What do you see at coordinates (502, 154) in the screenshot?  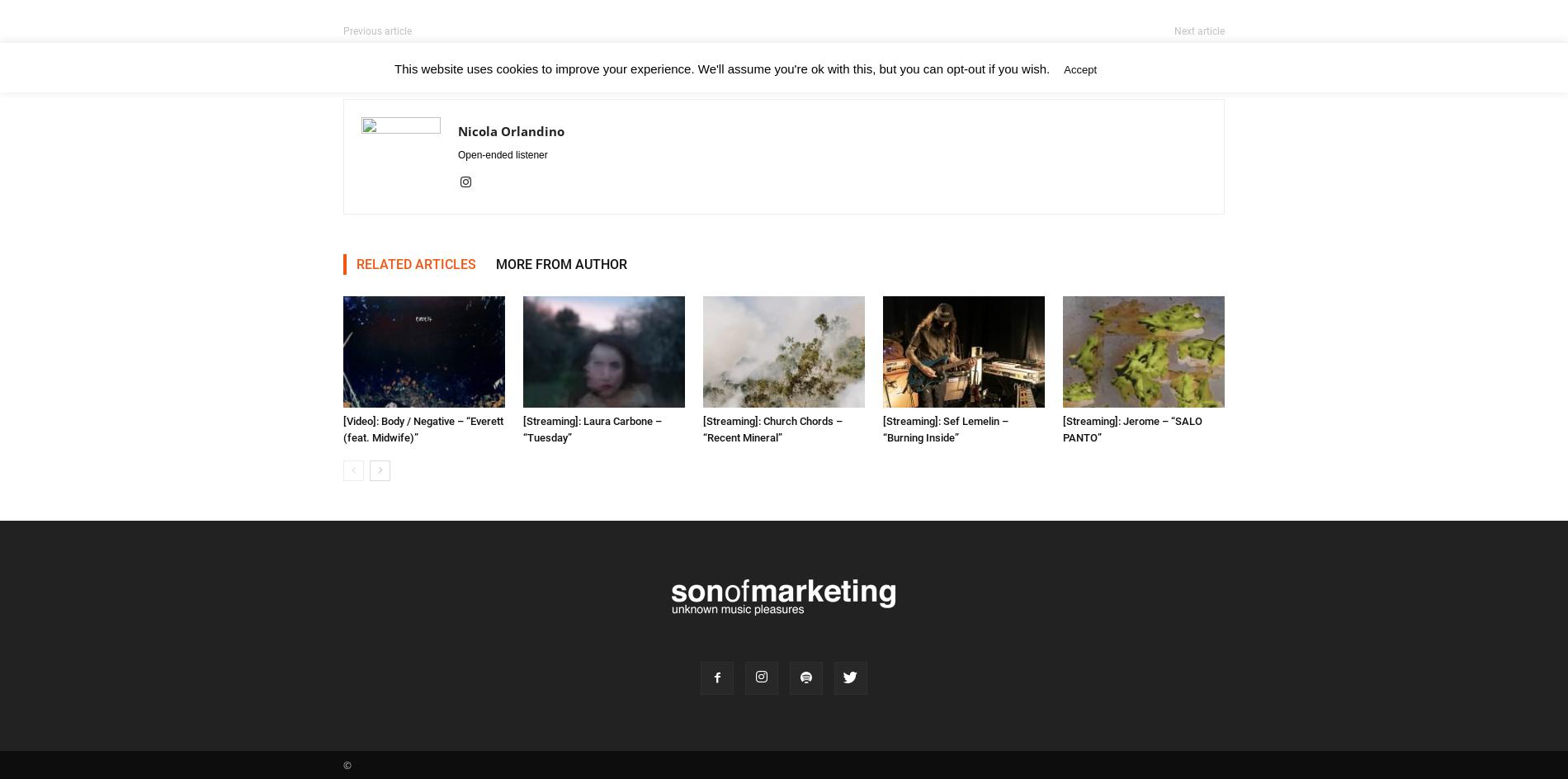 I see `'Open-ended listener'` at bounding box center [502, 154].